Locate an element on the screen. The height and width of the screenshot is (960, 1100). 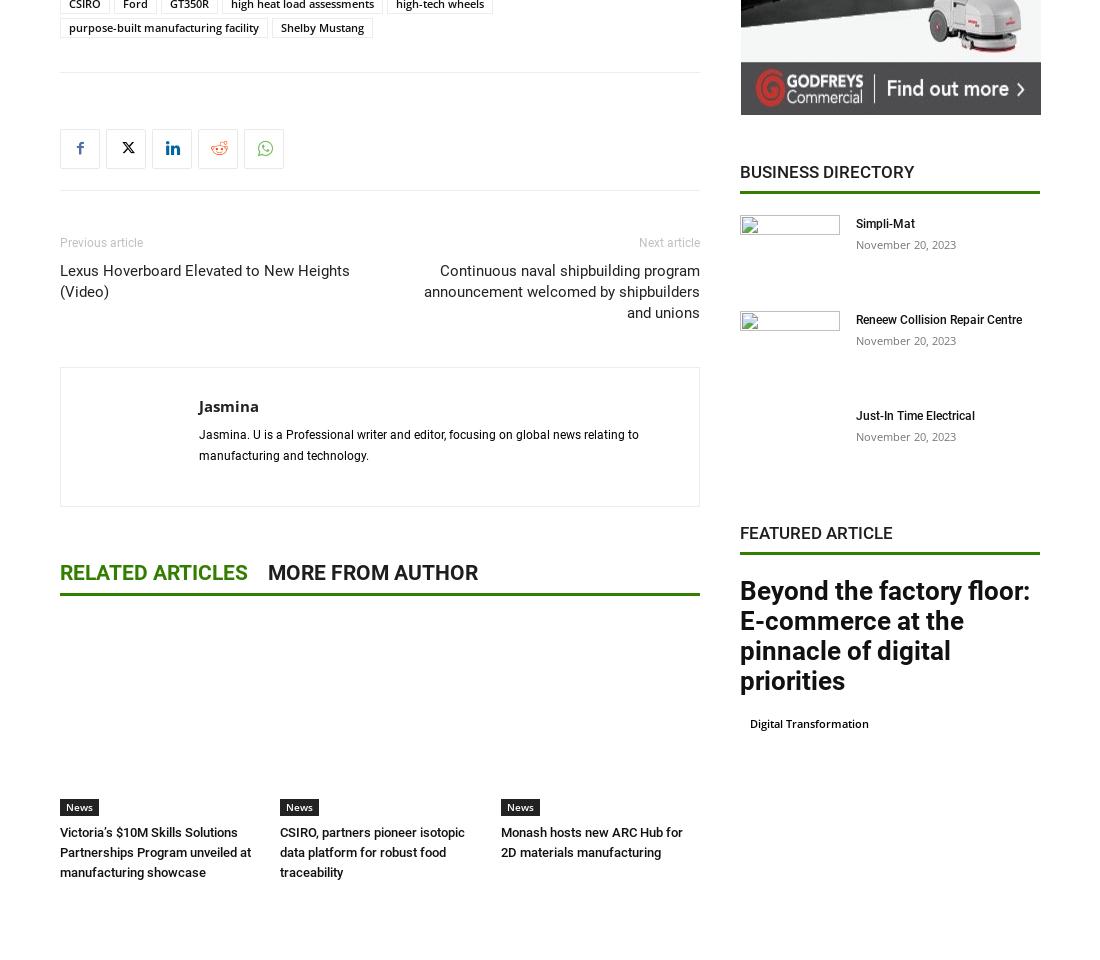
'Lexus Hoverboard Elevated to New Heights (Video)' is located at coordinates (204, 279).